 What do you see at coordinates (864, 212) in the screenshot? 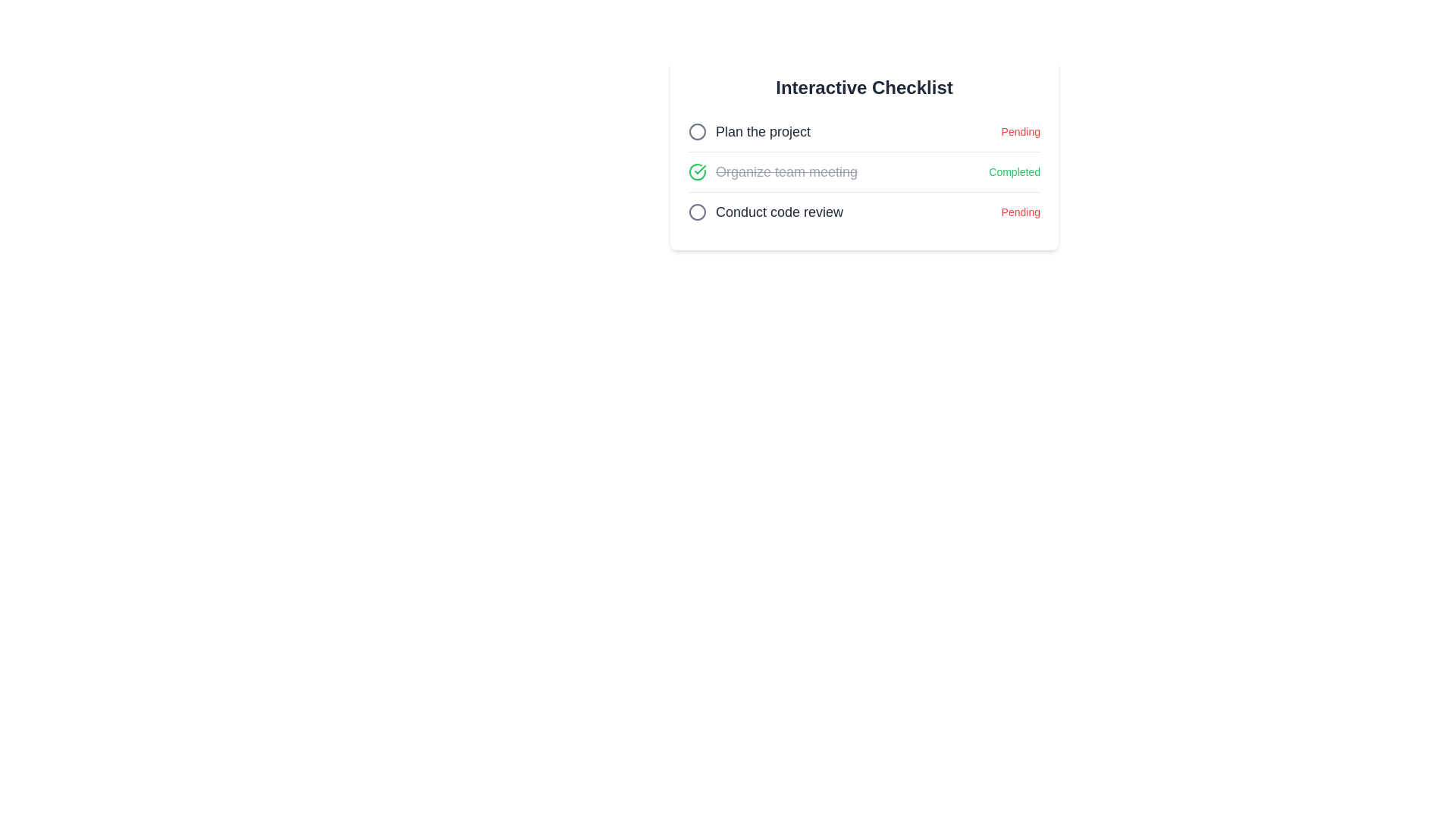
I see `the third list item in the checklist that allows users` at bounding box center [864, 212].